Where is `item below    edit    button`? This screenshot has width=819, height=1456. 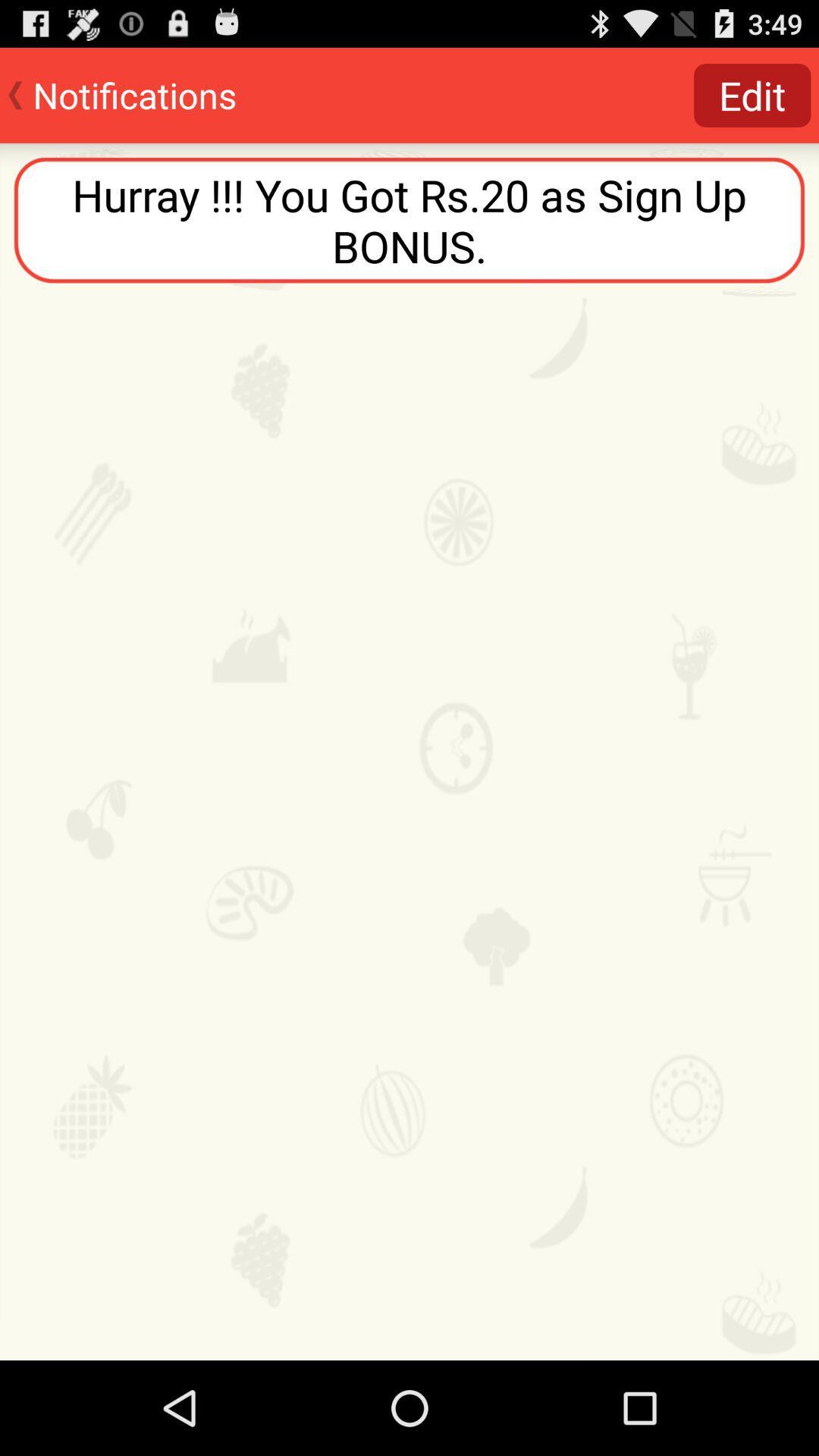
item below    edit    button is located at coordinates (409, 219).